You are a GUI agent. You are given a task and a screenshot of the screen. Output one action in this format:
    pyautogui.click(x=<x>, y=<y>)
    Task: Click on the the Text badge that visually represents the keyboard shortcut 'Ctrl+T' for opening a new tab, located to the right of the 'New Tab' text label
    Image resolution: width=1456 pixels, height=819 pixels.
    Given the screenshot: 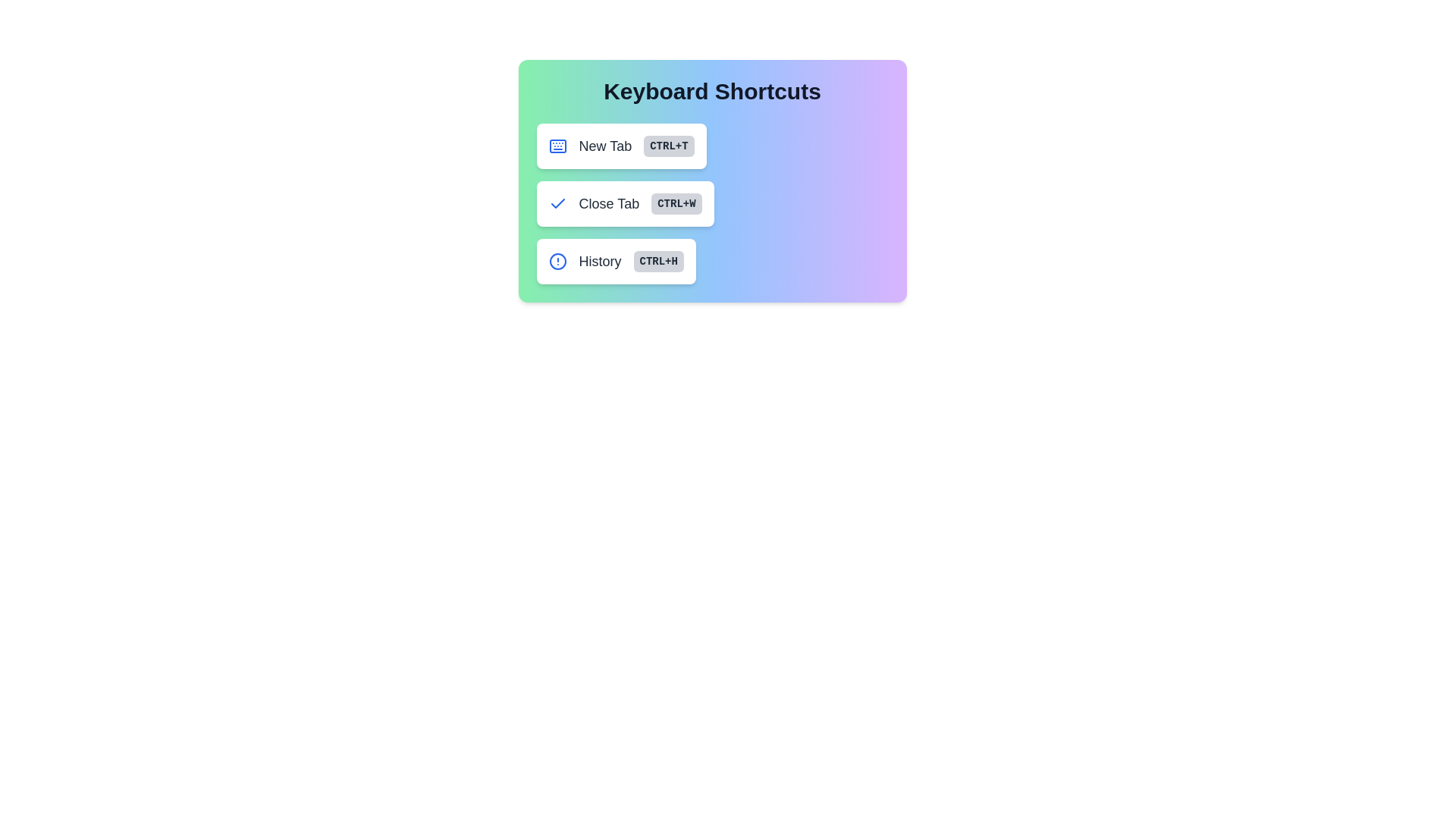 What is the action you would take?
    pyautogui.click(x=668, y=146)
    